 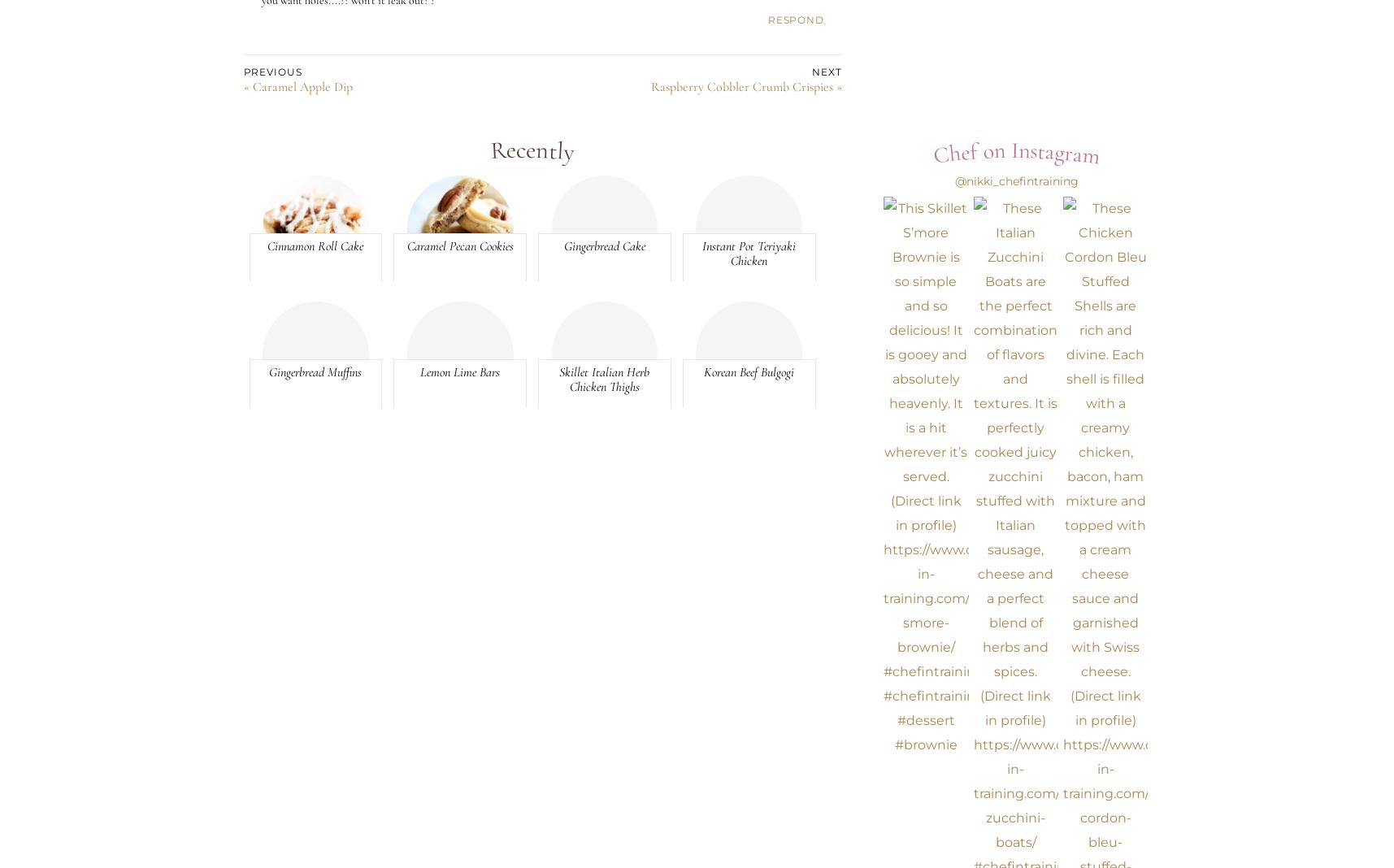 What do you see at coordinates (602, 245) in the screenshot?
I see `'Gingerbread Cake'` at bounding box center [602, 245].